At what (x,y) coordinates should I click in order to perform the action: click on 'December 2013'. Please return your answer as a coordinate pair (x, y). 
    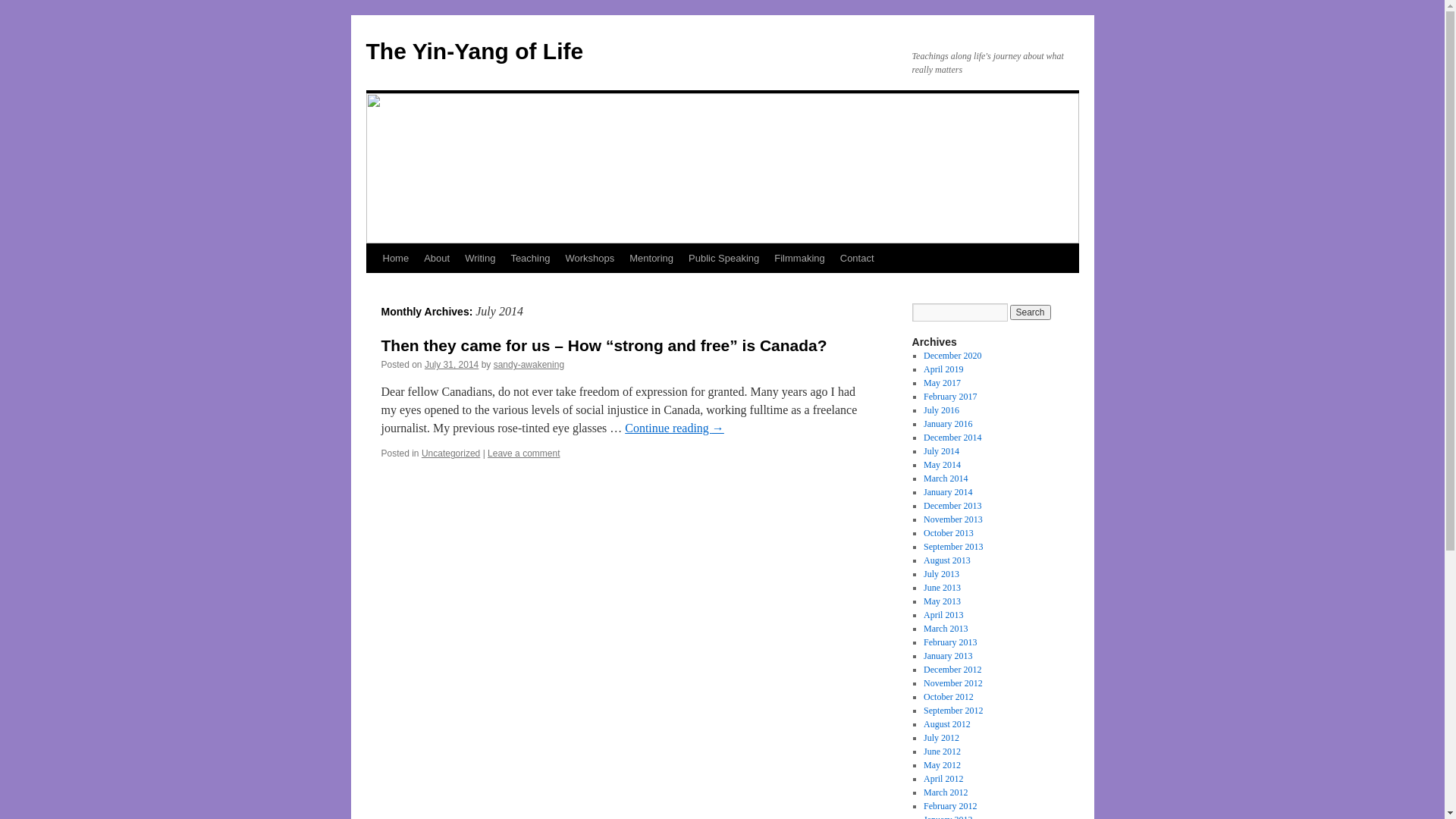
    Looking at the image, I should click on (923, 506).